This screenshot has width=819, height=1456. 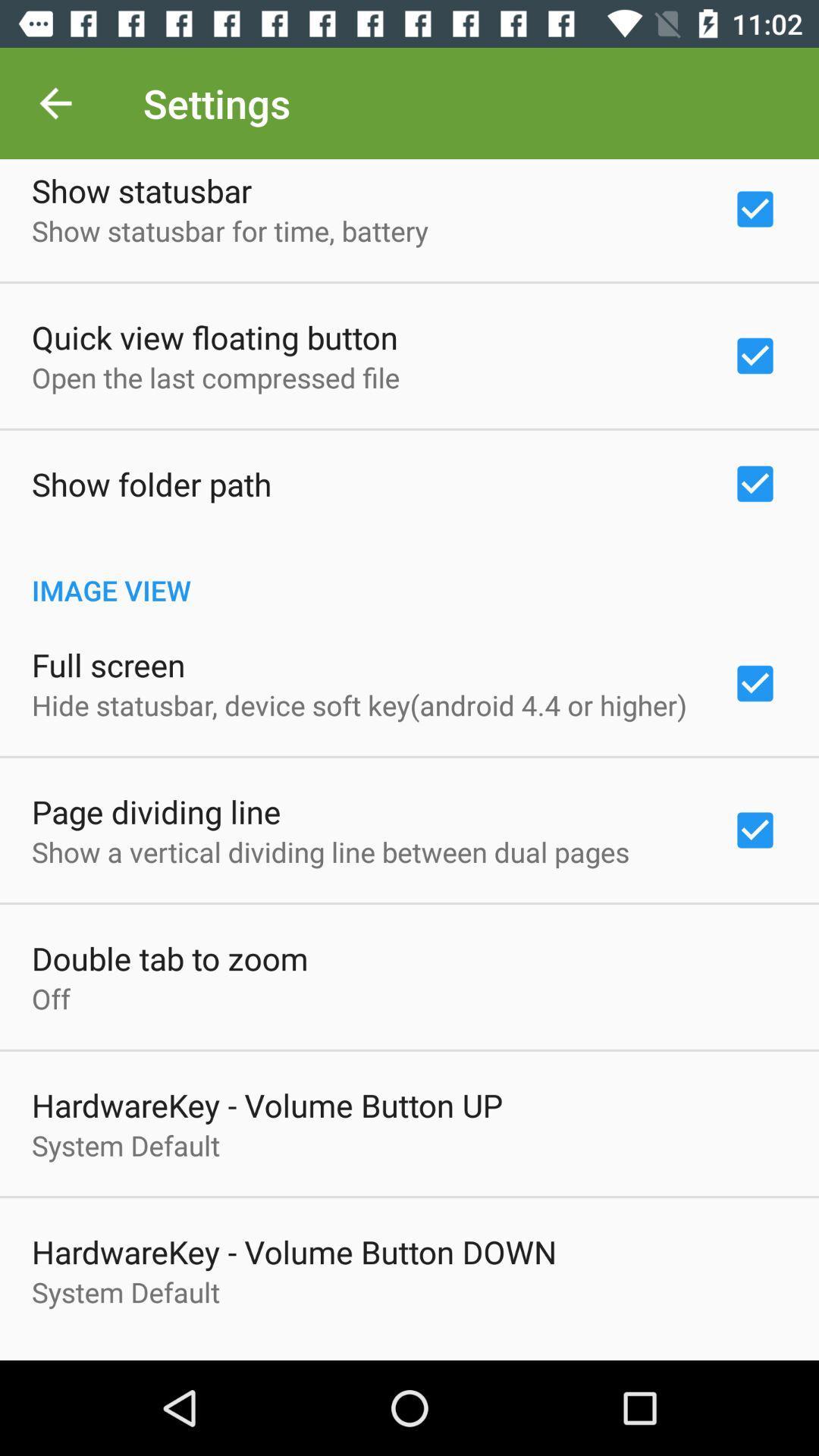 I want to click on the show a vertical icon, so click(x=330, y=852).